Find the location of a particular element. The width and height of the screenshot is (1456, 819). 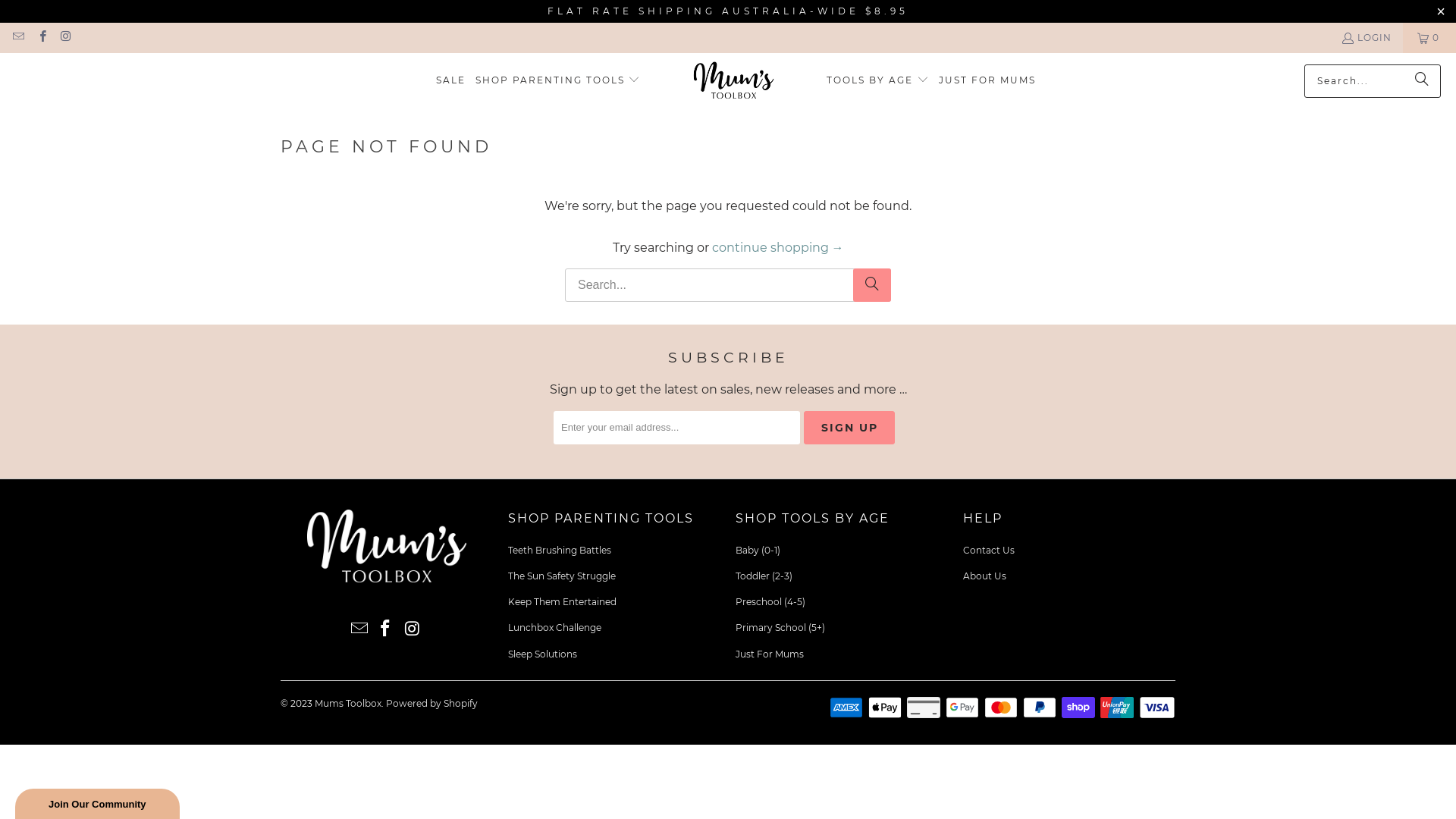

'Contact Us' is located at coordinates (989, 550).